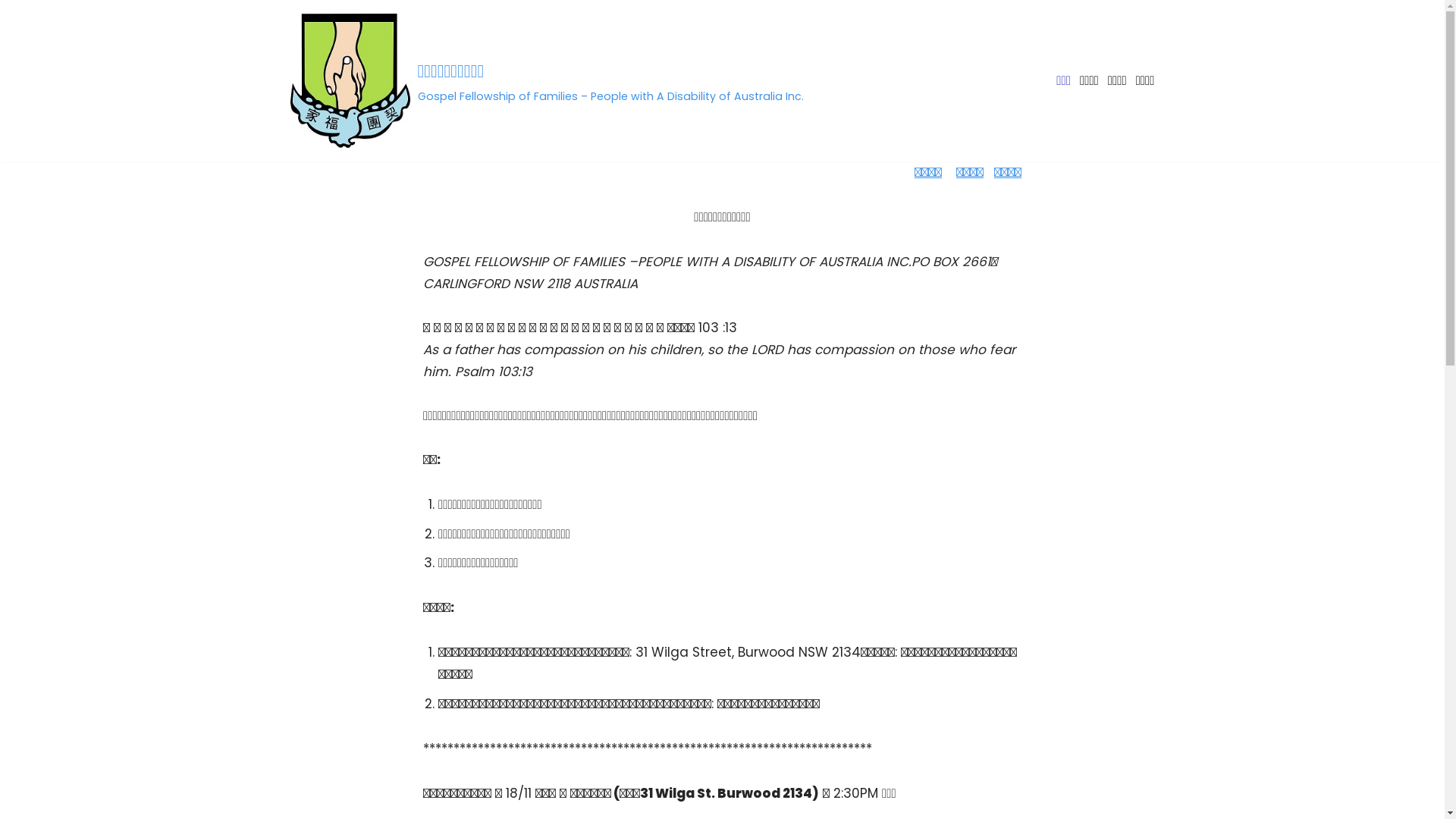 The width and height of the screenshot is (1456, 819). Describe the element at coordinates (11, 32) in the screenshot. I see `'Skip to content'` at that location.